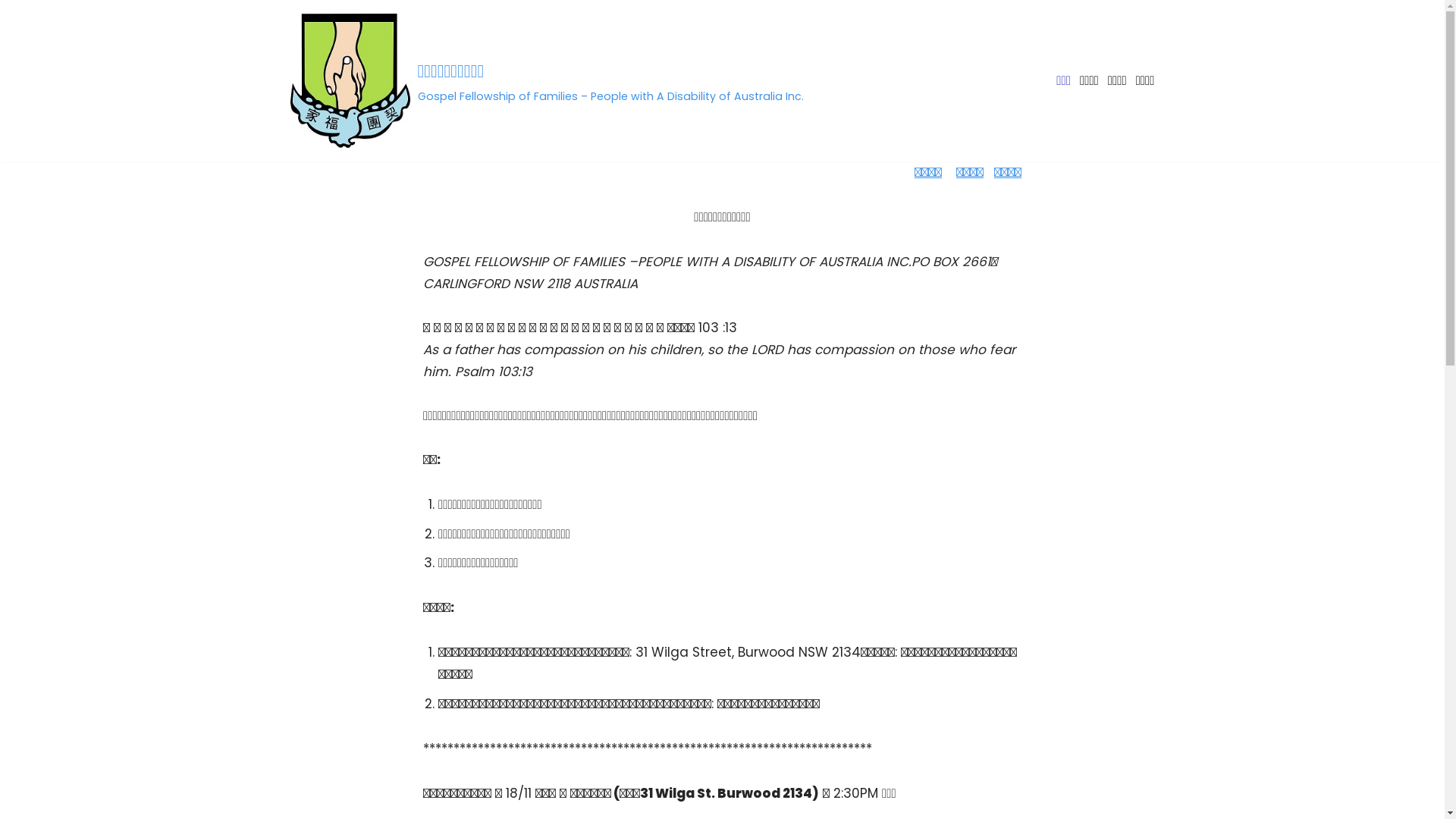 The width and height of the screenshot is (1456, 819). Describe the element at coordinates (11, 32) in the screenshot. I see `'Skip to content'` at that location.